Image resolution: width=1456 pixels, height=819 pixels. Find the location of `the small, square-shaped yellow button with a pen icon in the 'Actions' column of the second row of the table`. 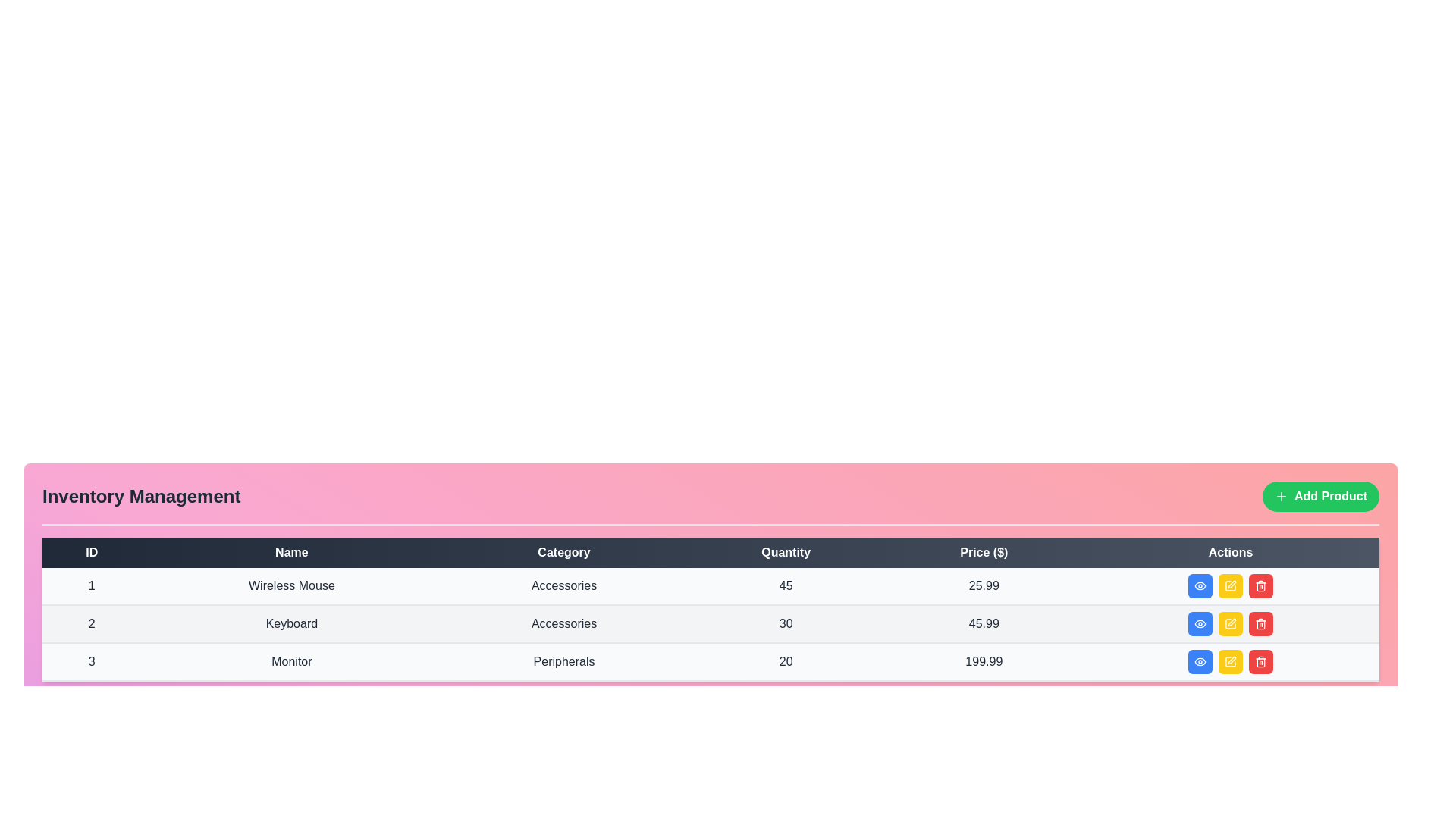

the small, square-shaped yellow button with a pen icon in the 'Actions' column of the second row of the table is located at coordinates (1231, 623).